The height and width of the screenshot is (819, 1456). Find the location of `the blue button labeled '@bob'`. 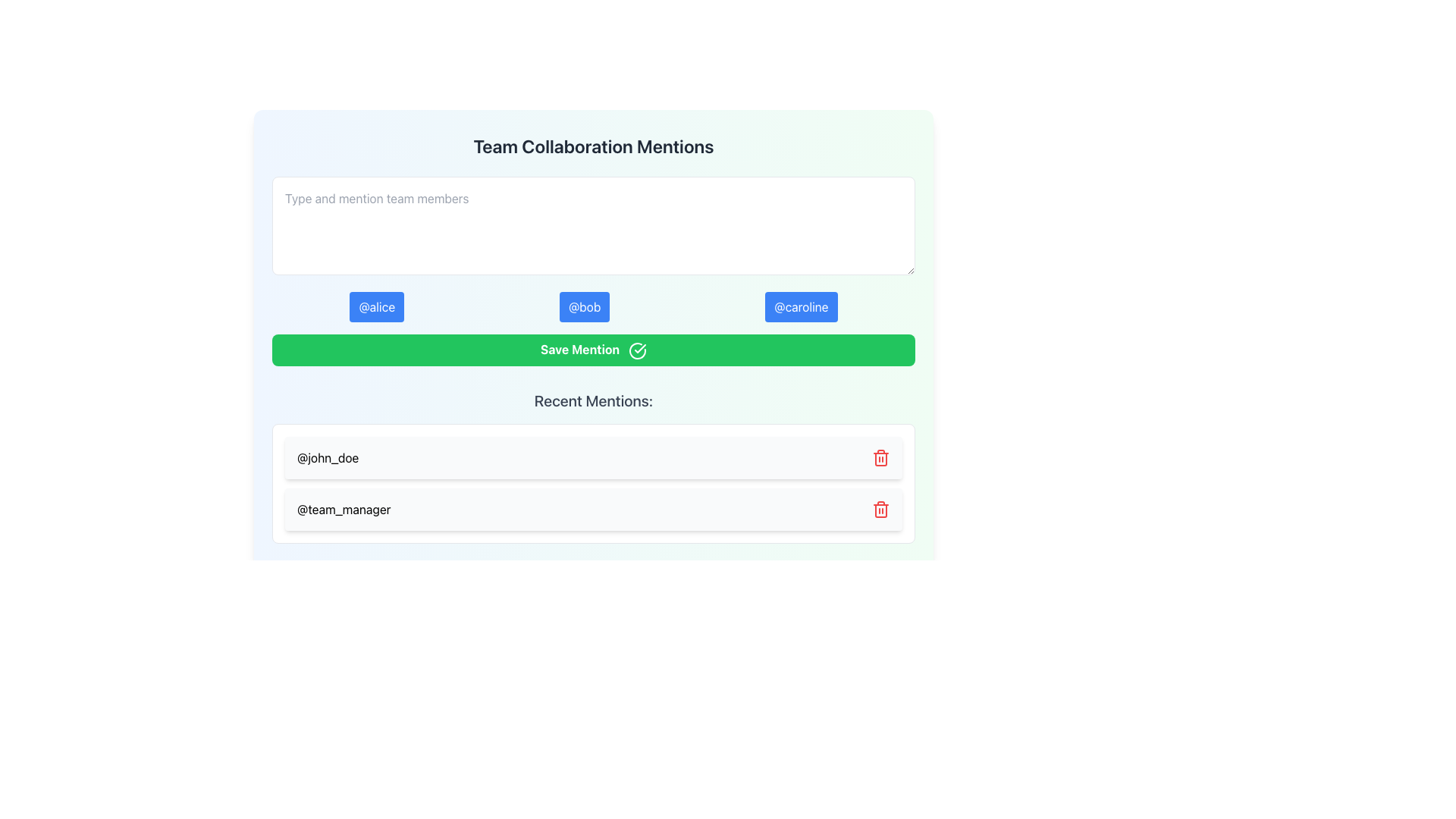

the blue button labeled '@bob' is located at coordinates (592, 307).